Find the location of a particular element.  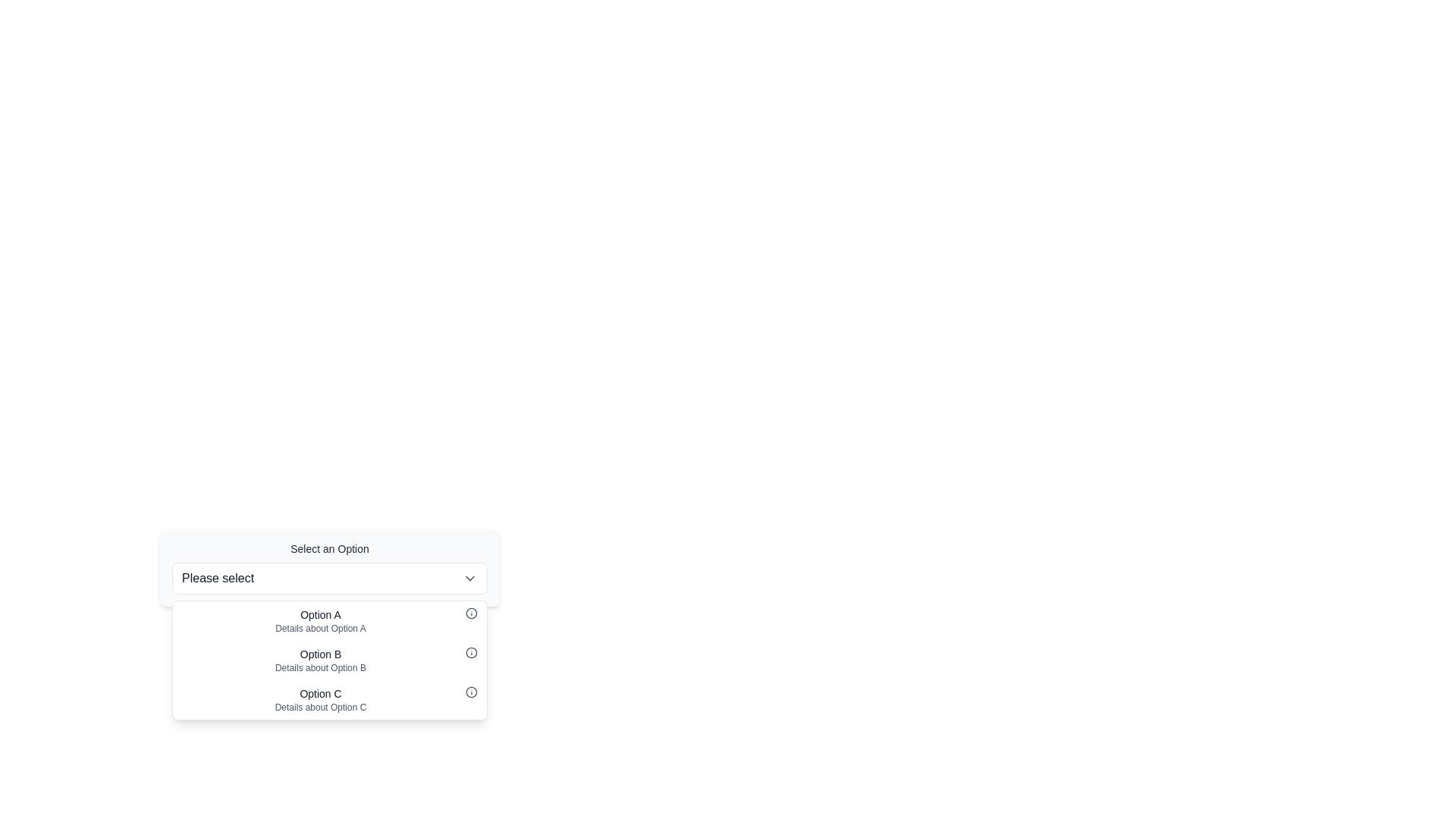

the text label that displays 'Details about Option B', which is styled in a smaller light gray font and is located directly beneath 'Option B' in the dropdown menu is located at coordinates (319, 667).